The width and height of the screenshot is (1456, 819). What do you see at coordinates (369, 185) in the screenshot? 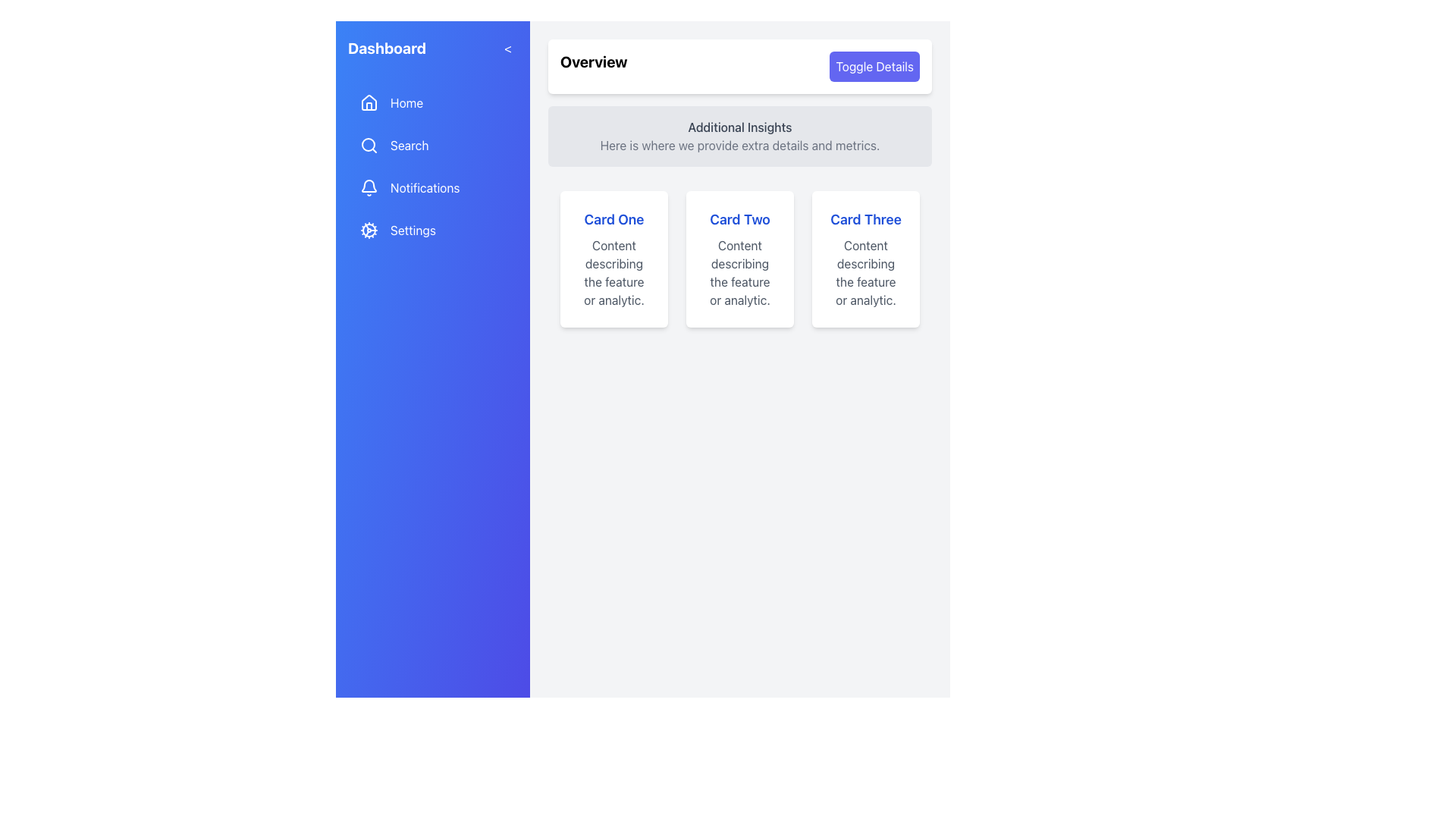
I see `the bell-shaped notification icon located in the vertical sidebar menu, positioned to the left of the 'Notifications' text label` at bounding box center [369, 185].